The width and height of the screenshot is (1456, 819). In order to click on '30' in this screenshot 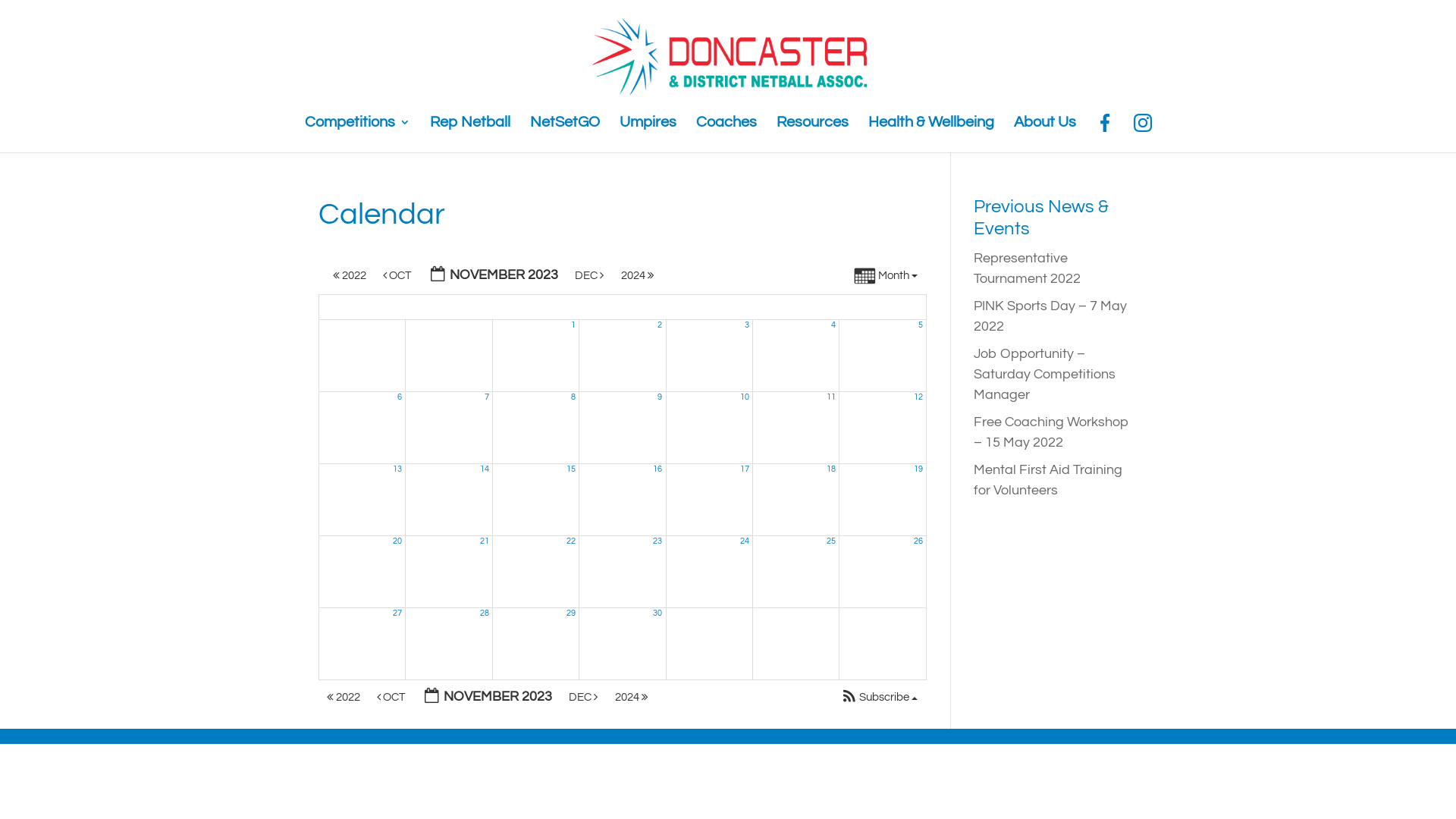, I will do `click(657, 612)`.